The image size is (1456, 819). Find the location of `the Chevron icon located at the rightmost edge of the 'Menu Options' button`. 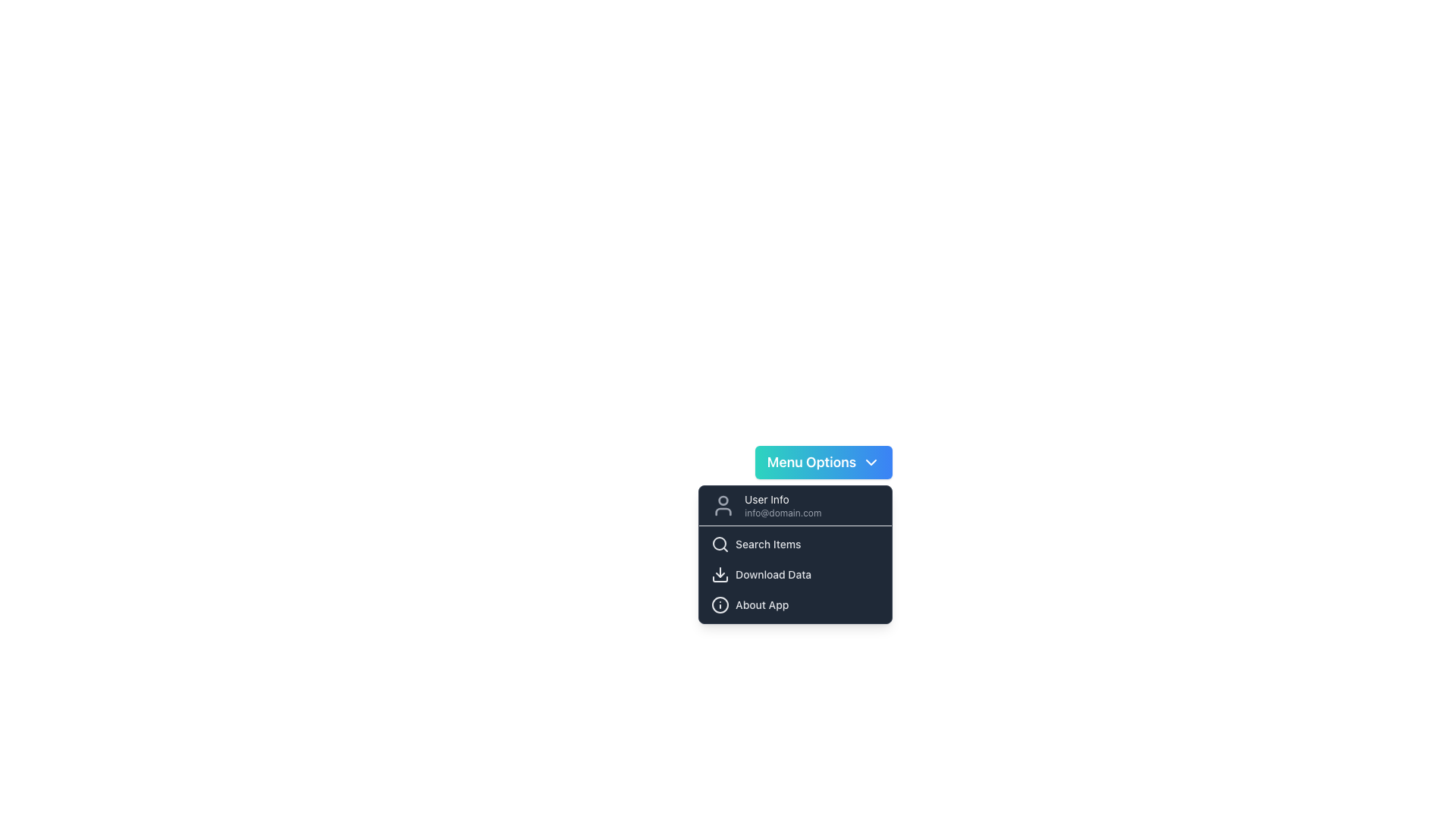

the Chevron icon located at the rightmost edge of the 'Menu Options' button is located at coordinates (871, 461).